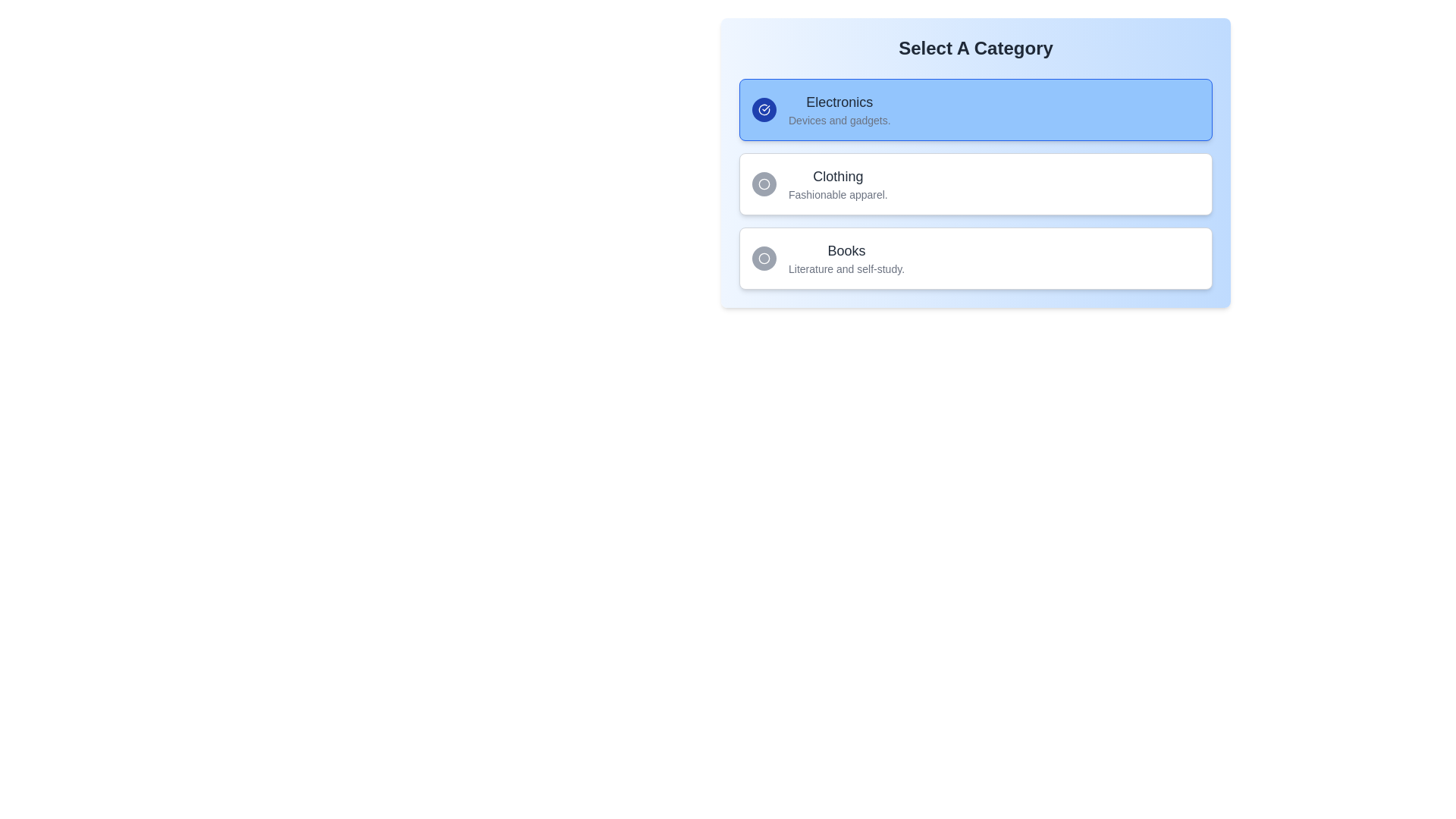 Image resolution: width=1456 pixels, height=819 pixels. Describe the element at coordinates (764, 184) in the screenshot. I see `the circular icon with a hollow center located in the 'Clothing' category` at that location.